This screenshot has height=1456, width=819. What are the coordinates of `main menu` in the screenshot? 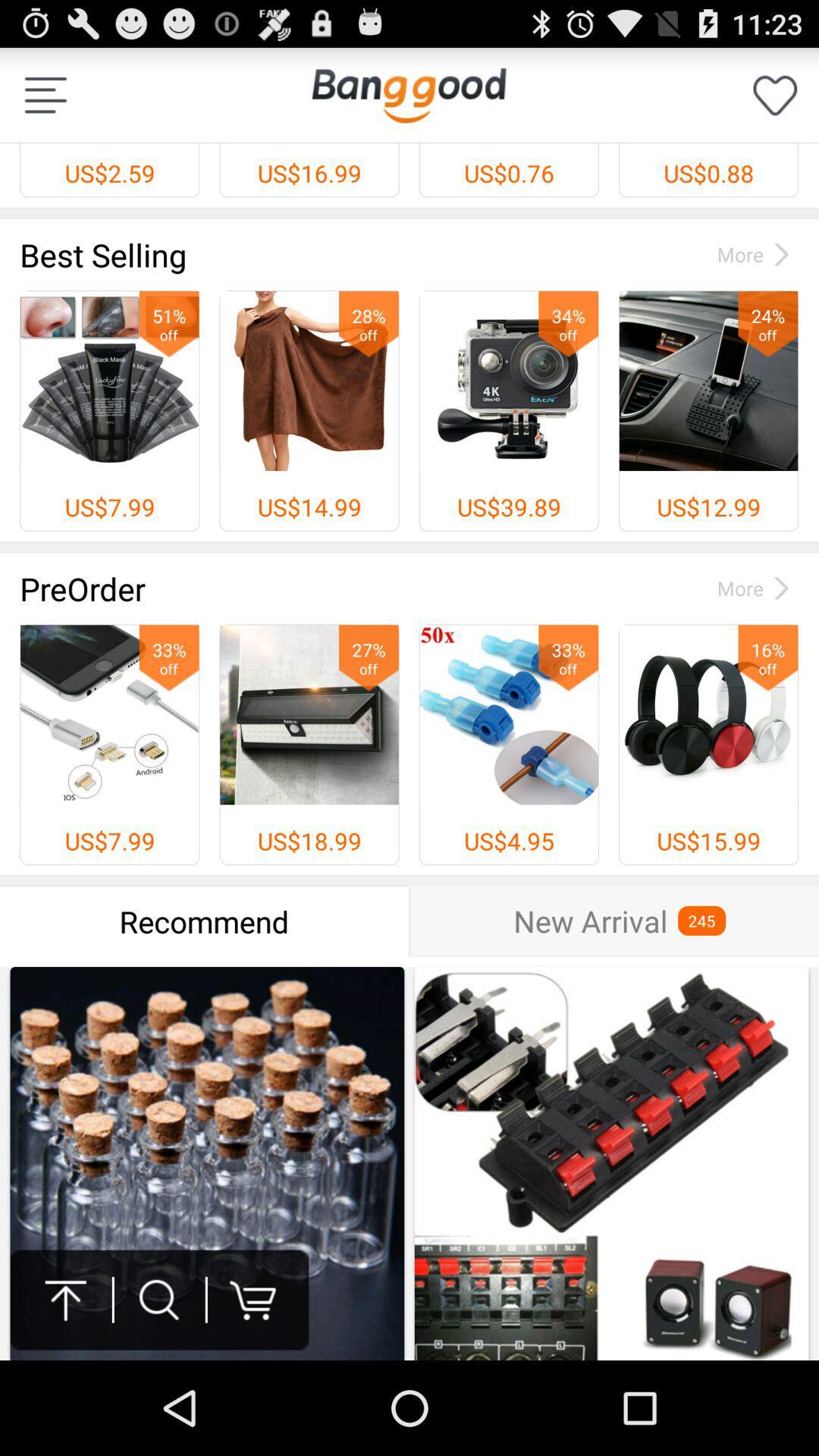 It's located at (45, 94).